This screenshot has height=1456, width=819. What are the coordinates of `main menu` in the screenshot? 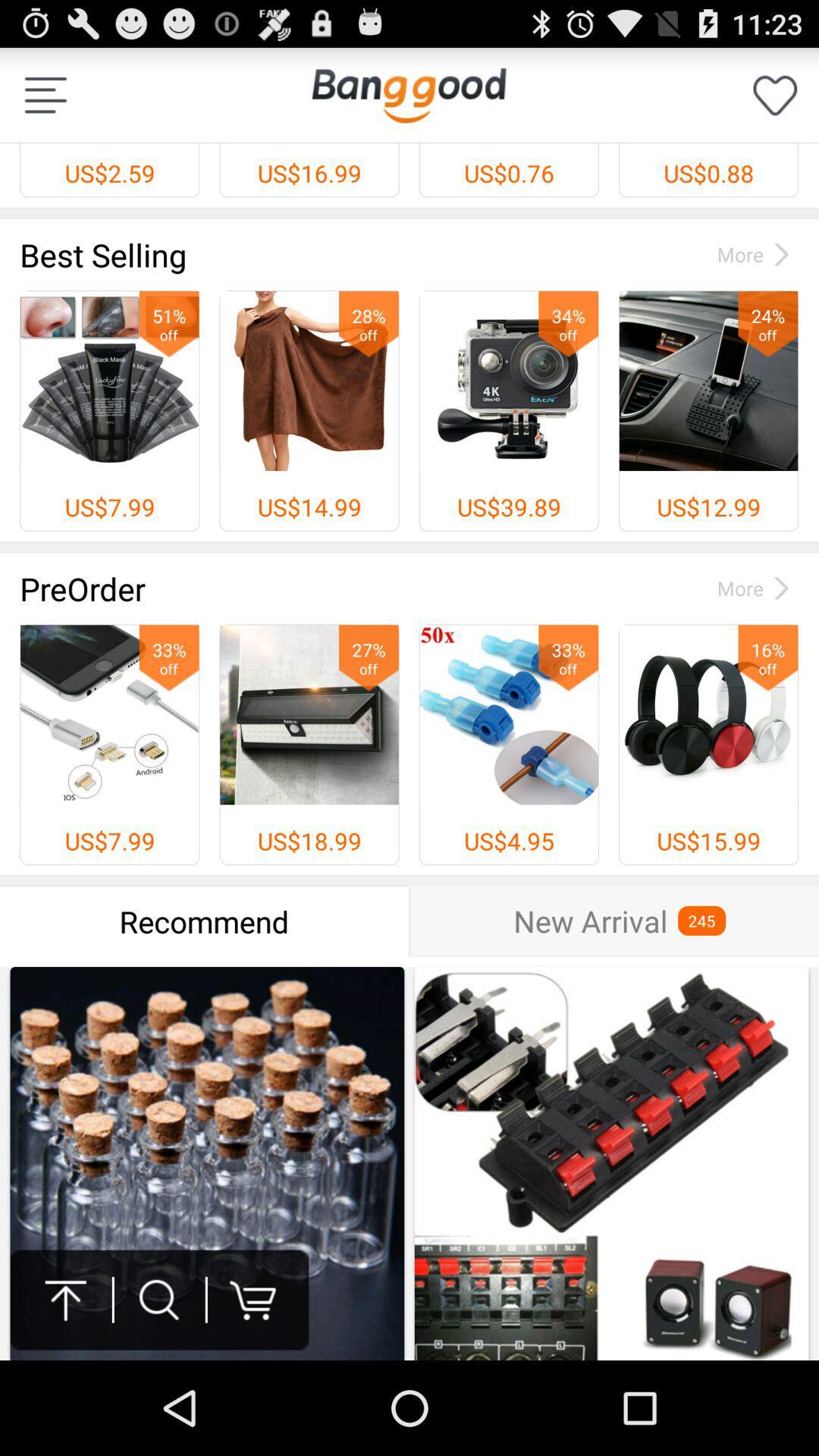 It's located at (45, 94).